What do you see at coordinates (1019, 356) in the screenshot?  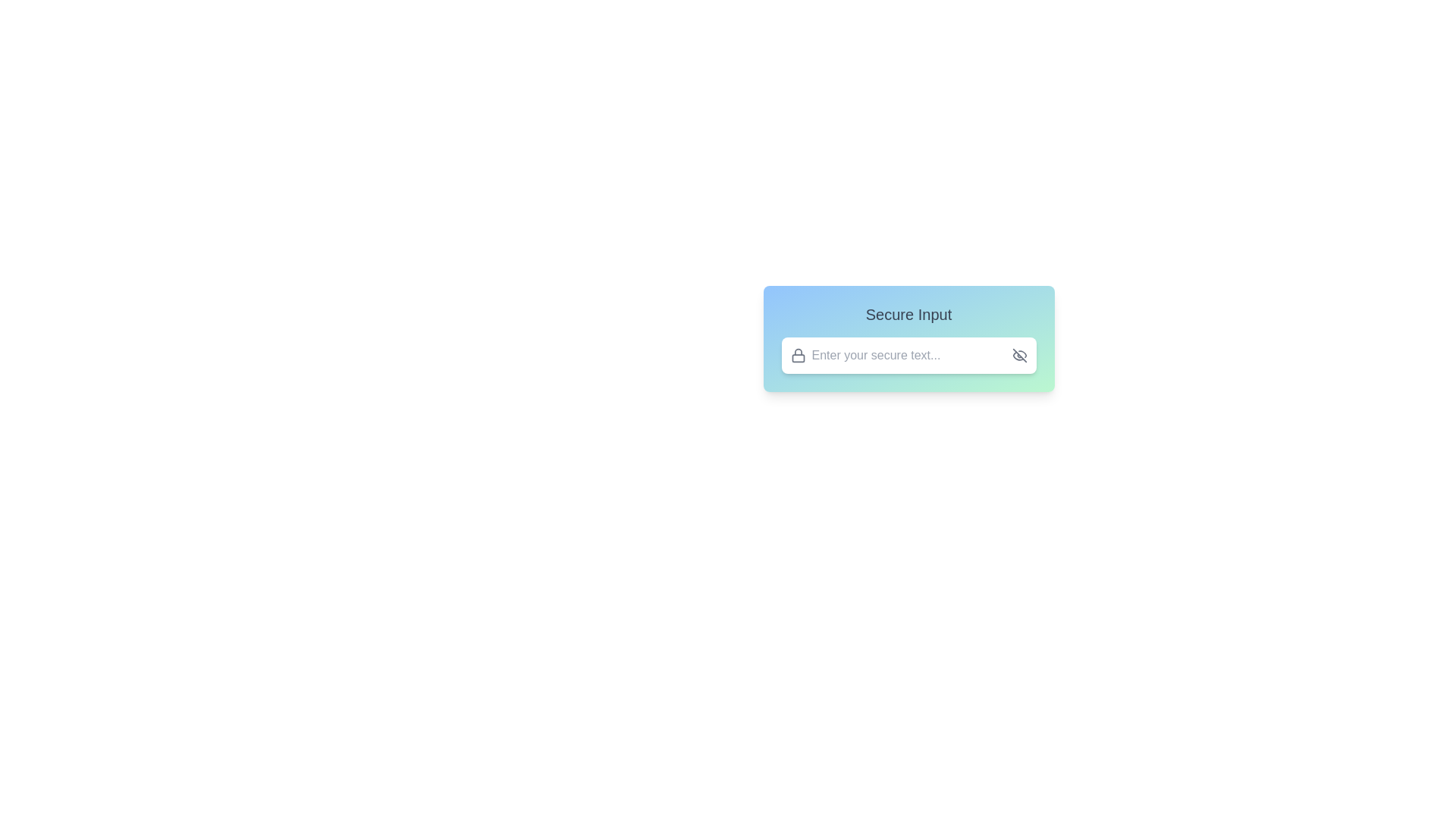 I see `the Icon button` at bounding box center [1019, 356].